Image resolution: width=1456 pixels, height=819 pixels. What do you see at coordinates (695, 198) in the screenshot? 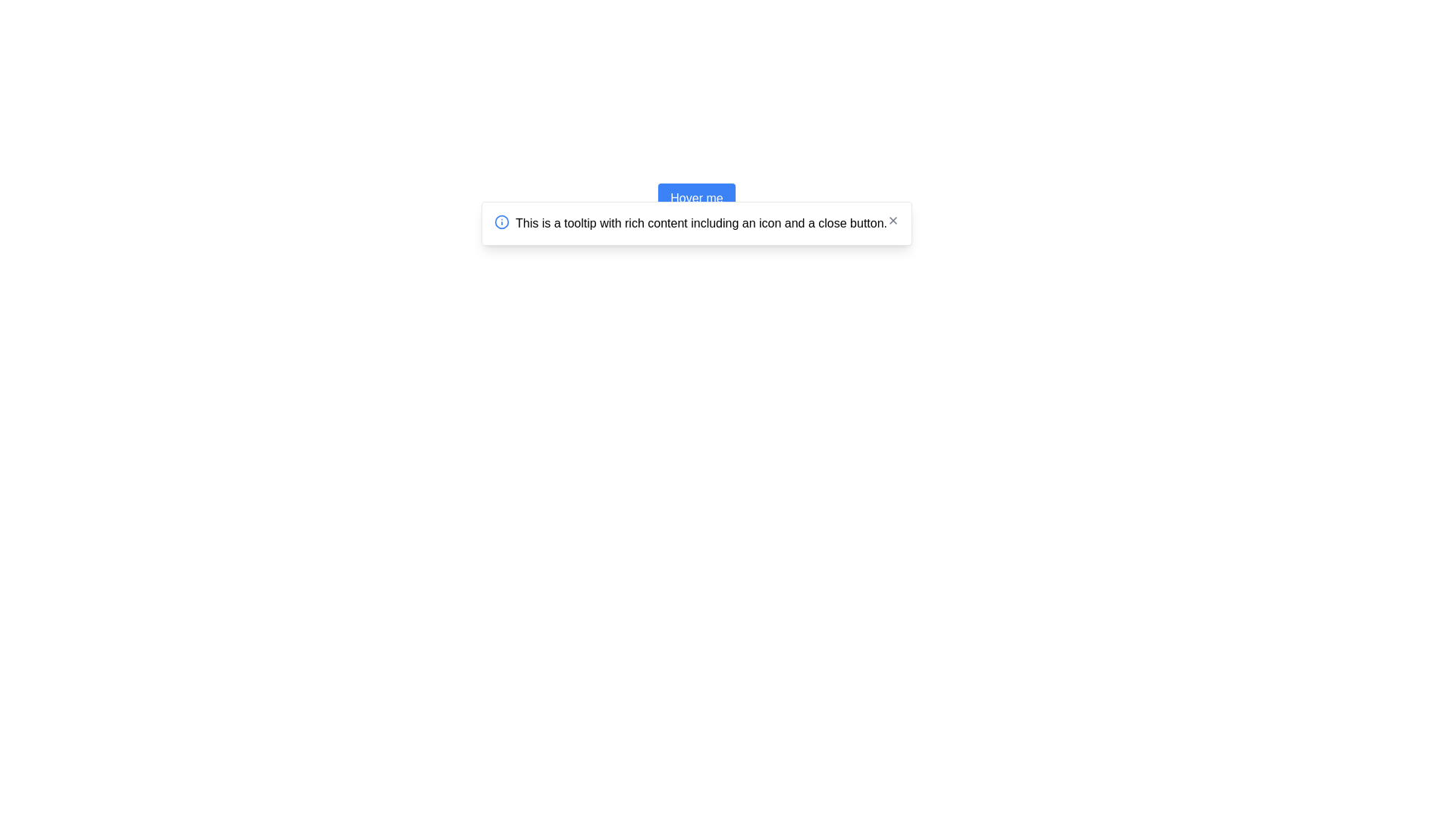
I see `information displayed in the tooltip that appears below the 'Hover me' button, which has a blue background and contains additional content including text and an icon` at bounding box center [695, 198].